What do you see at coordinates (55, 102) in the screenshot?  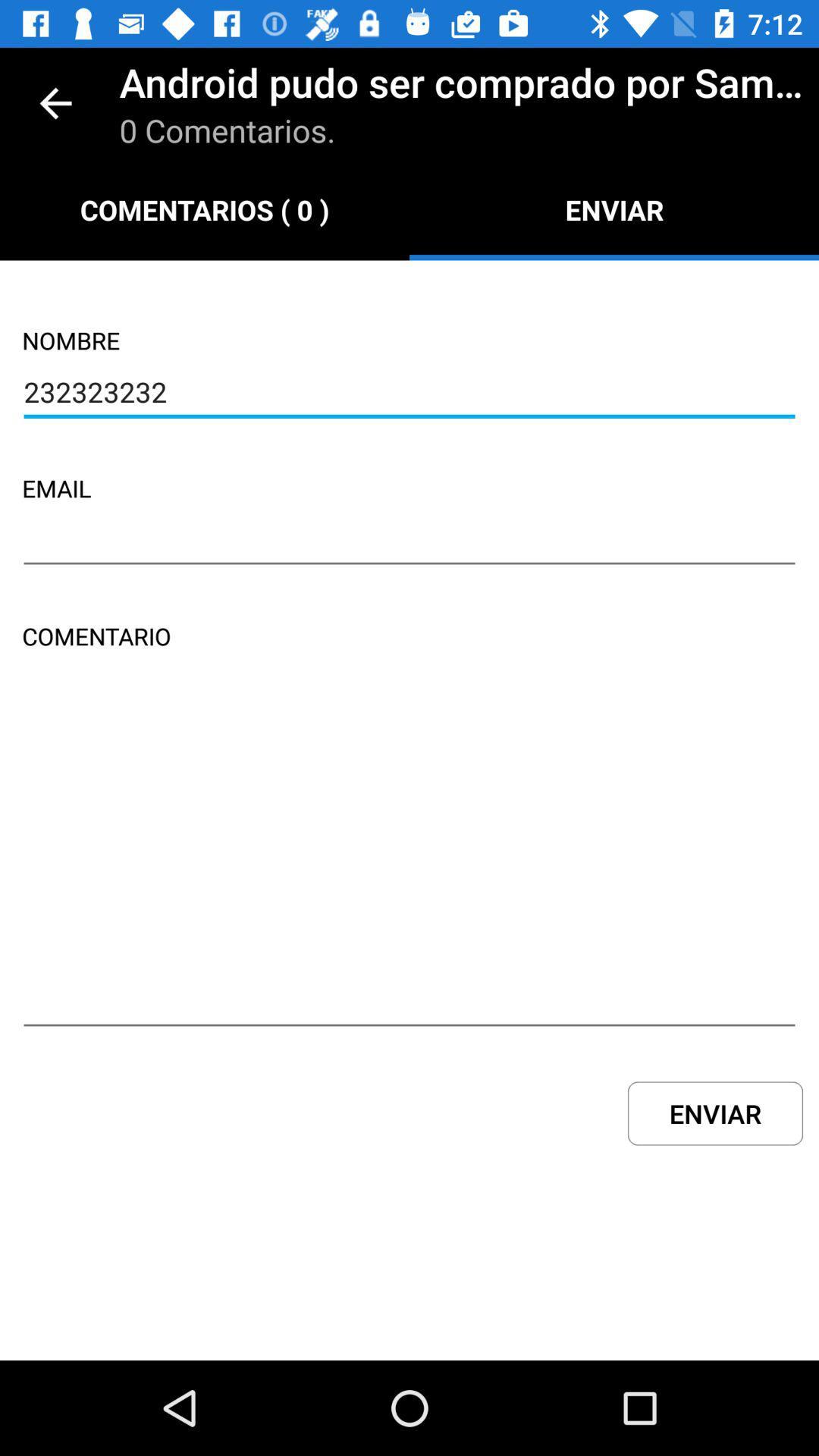 I see `icon to the left of the android pudo ser item` at bounding box center [55, 102].